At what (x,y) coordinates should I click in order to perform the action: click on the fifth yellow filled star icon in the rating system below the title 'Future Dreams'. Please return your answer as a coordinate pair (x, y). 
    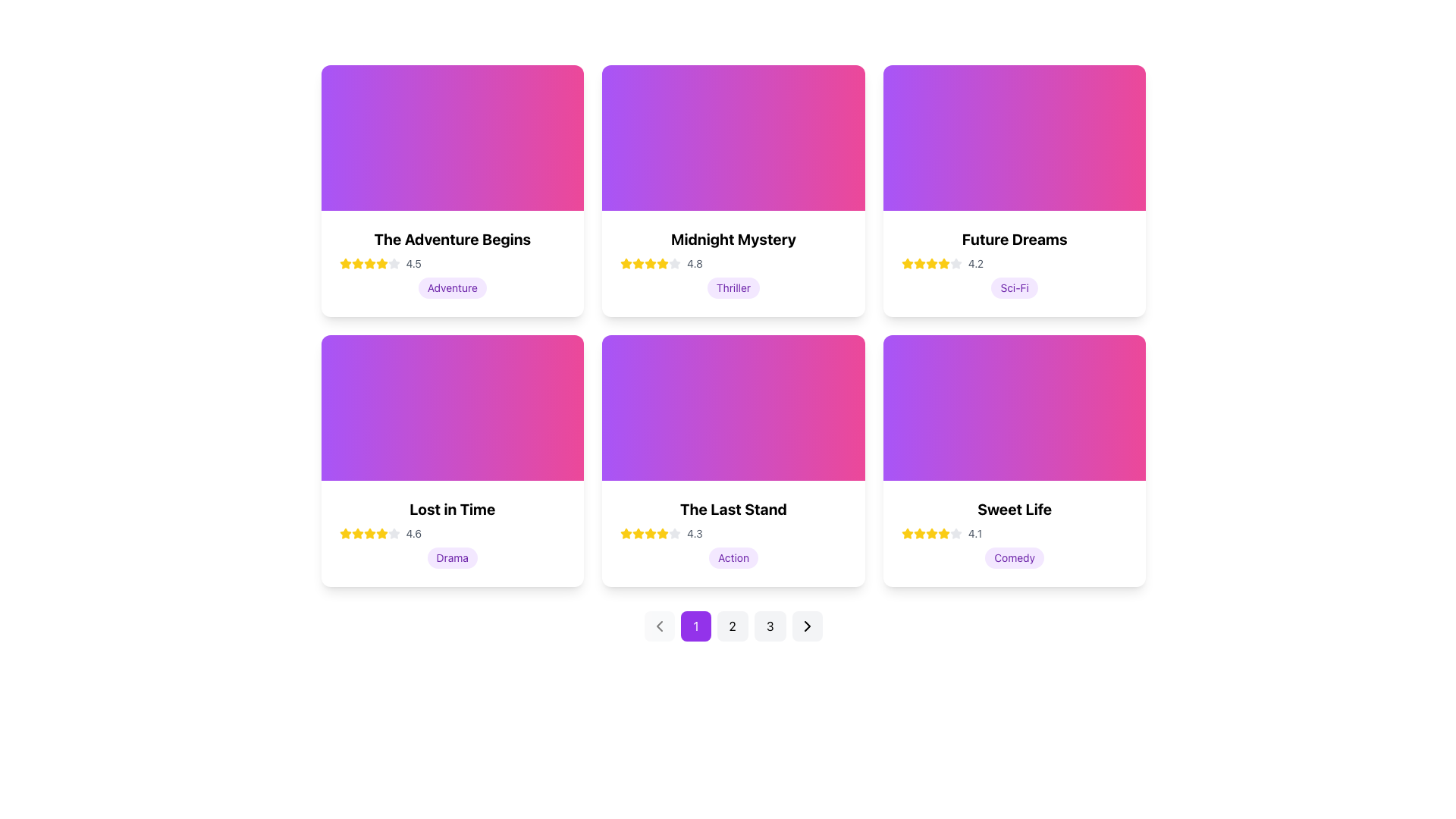
    Looking at the image, I should click on (943, 262).